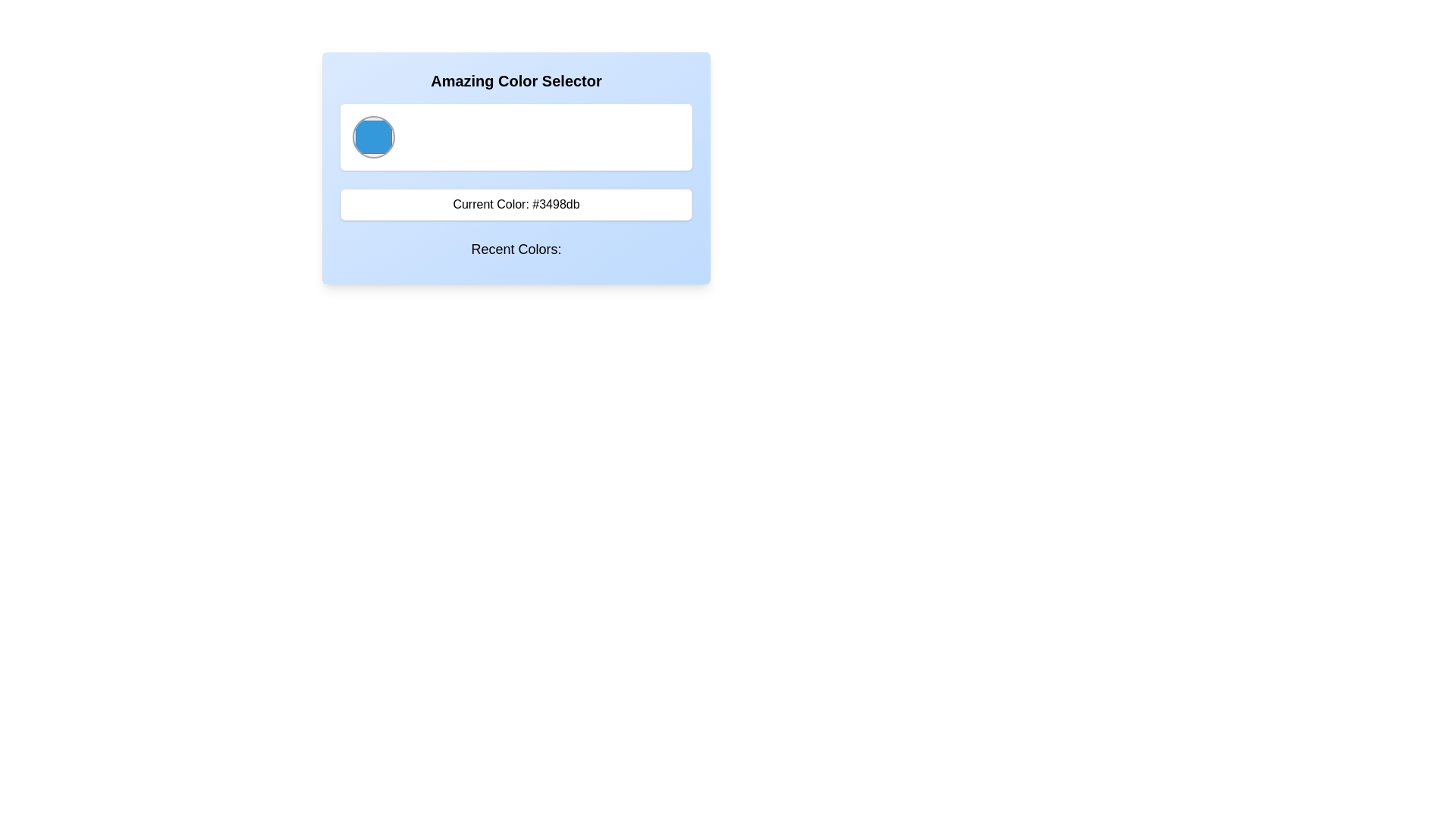 The image size is (1456, 819). I want to click on the Text Label that indicates the section's purpose for recent color selections, located below the 'Current Color:' box, so click(516, 248).